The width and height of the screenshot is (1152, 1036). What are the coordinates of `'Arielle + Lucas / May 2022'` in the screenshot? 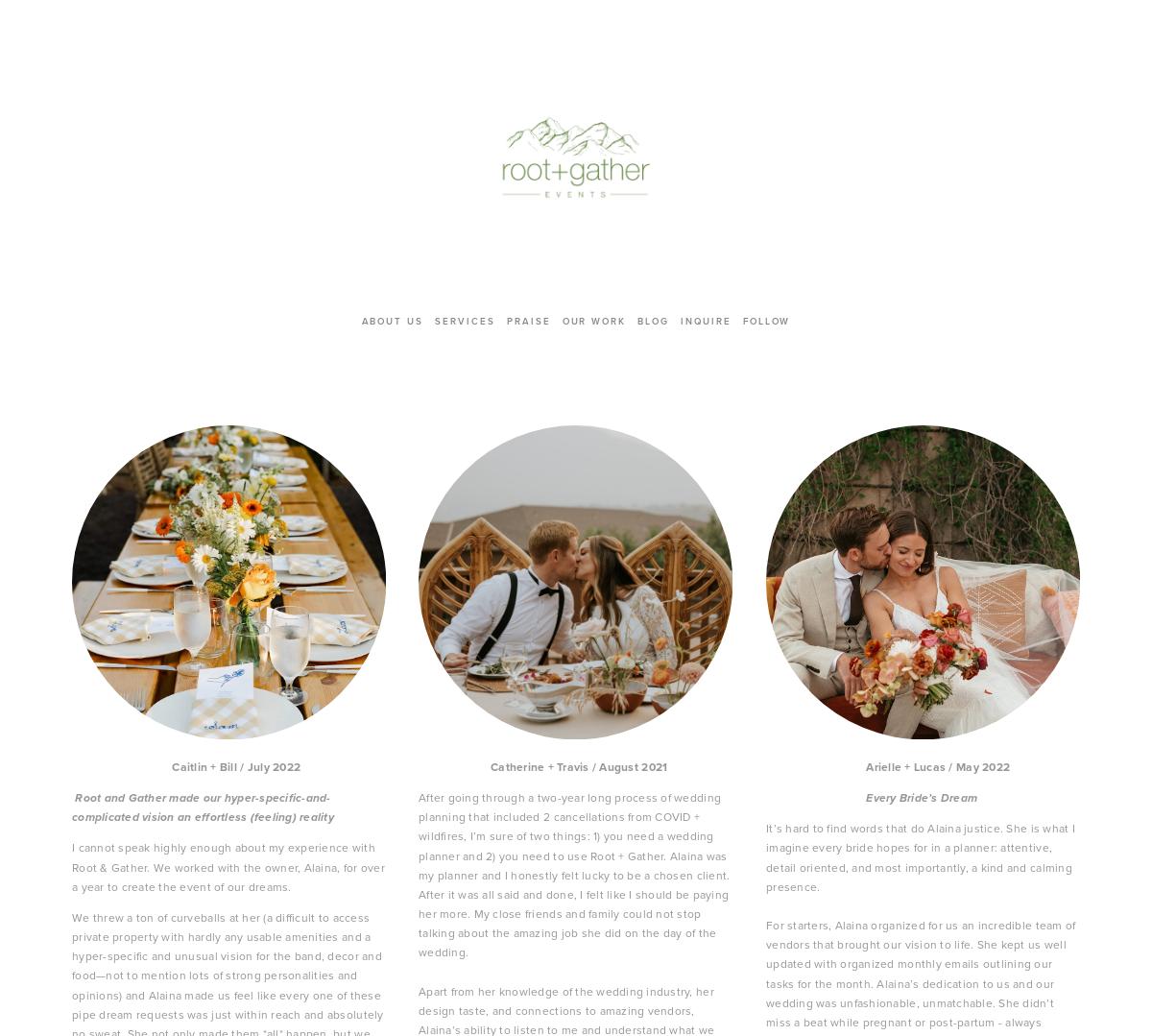 It's located at (887, 765).